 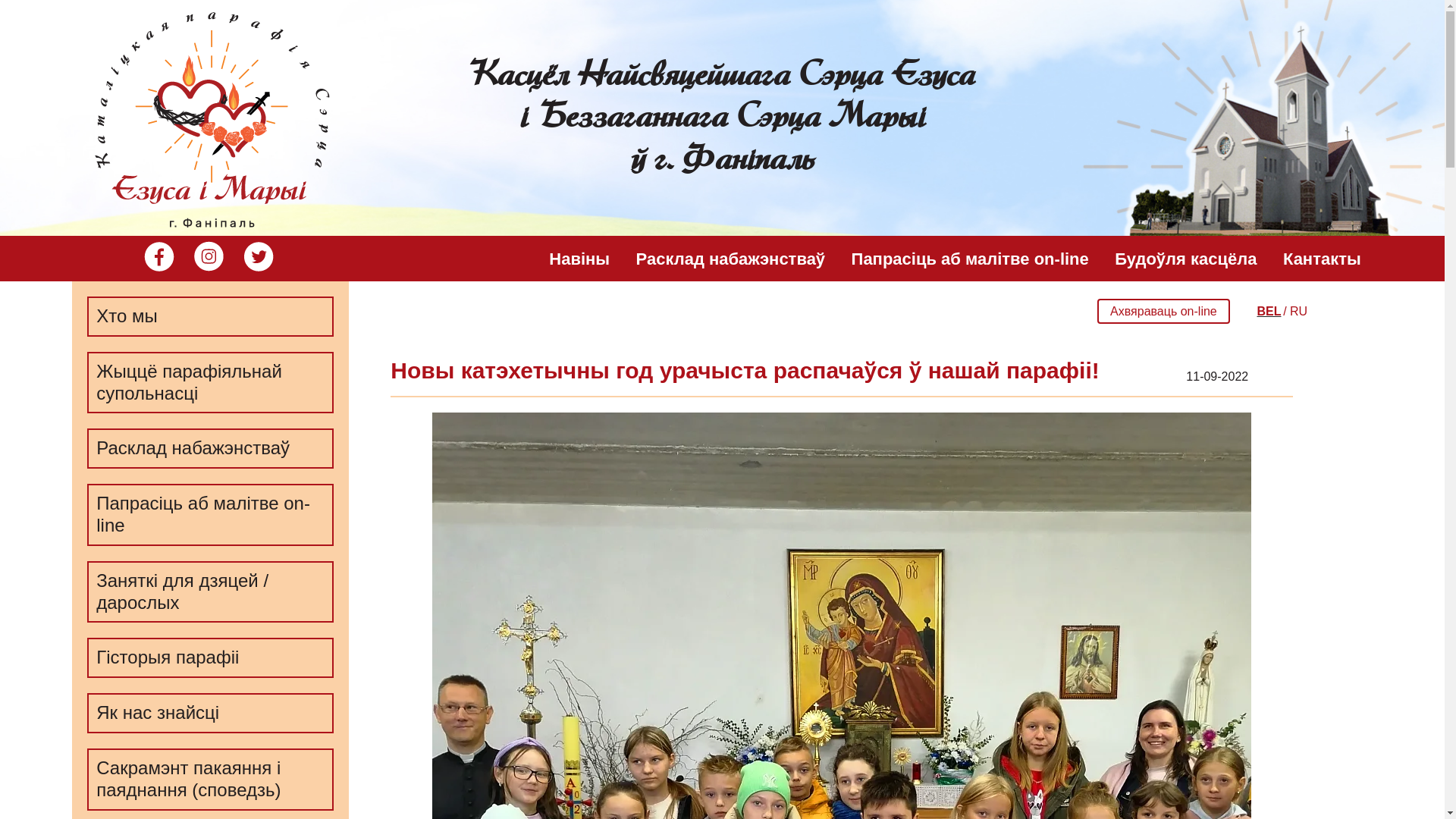 I want to click on 'BEL', so click(x=1269, y=310).